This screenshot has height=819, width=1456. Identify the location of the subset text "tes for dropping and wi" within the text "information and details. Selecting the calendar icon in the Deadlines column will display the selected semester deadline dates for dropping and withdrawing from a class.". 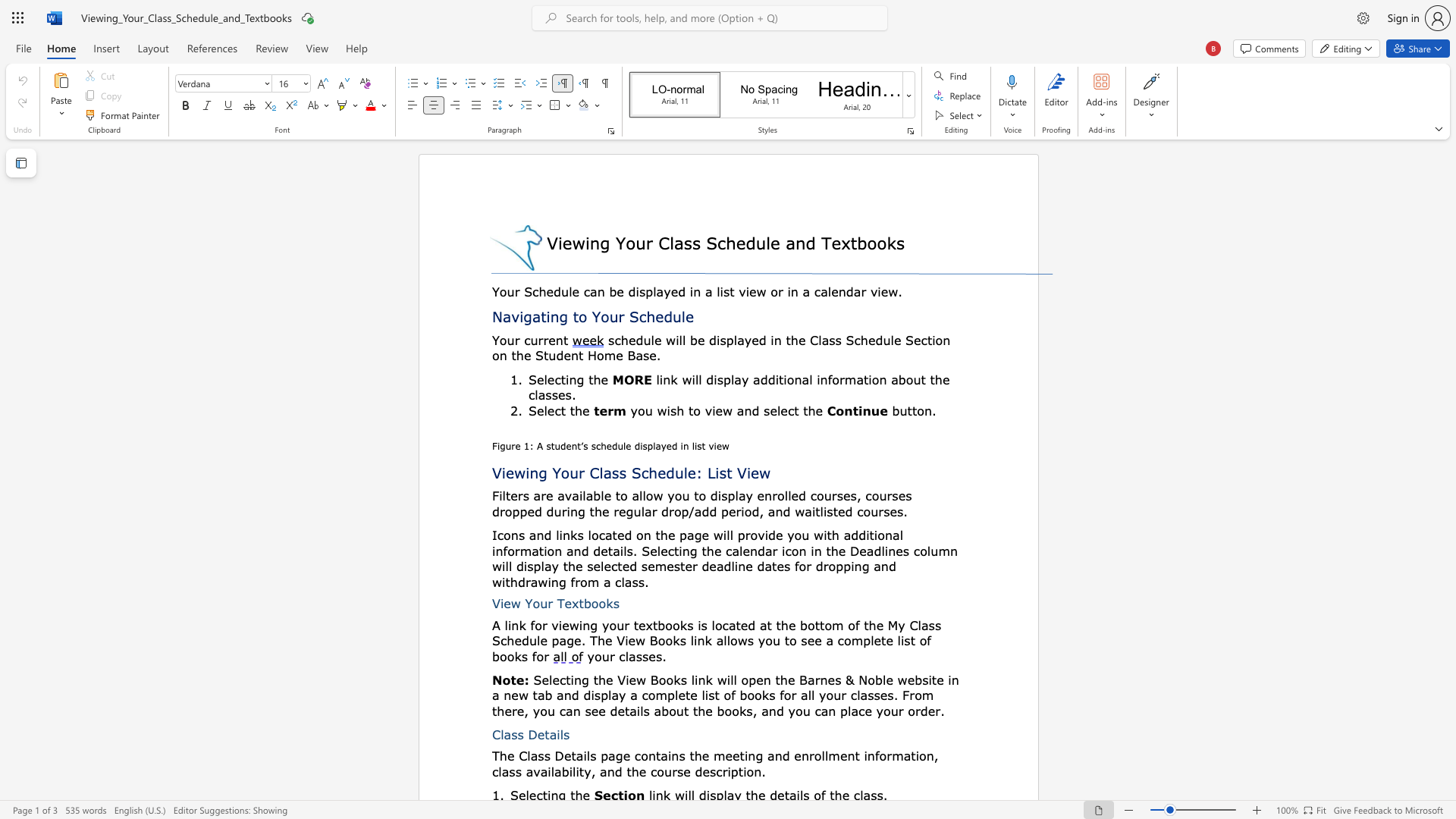
(772, 566).